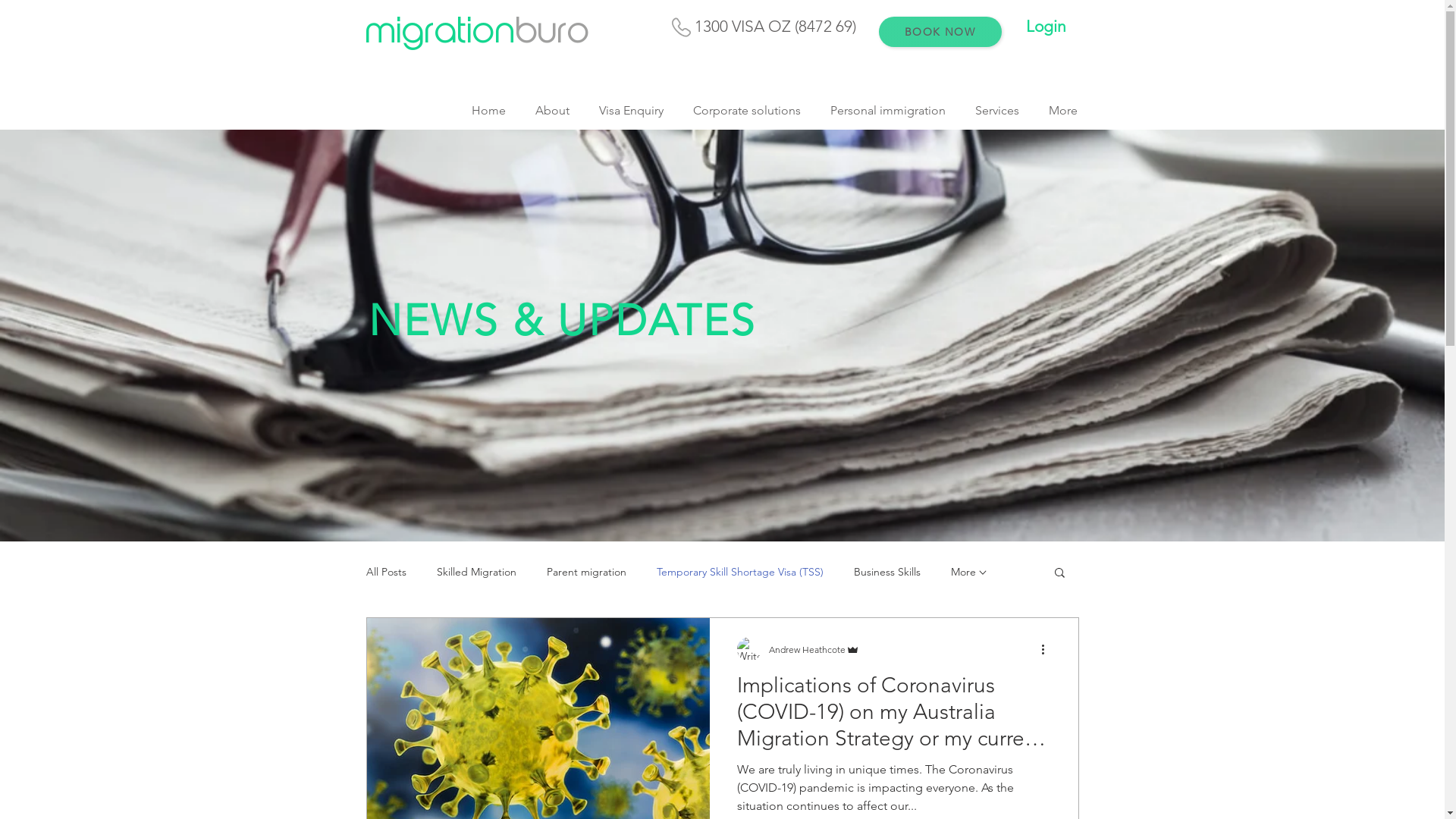  Describe the element at coordinates (1044, 26) in the screenshot. I see `'Login'` at that location.